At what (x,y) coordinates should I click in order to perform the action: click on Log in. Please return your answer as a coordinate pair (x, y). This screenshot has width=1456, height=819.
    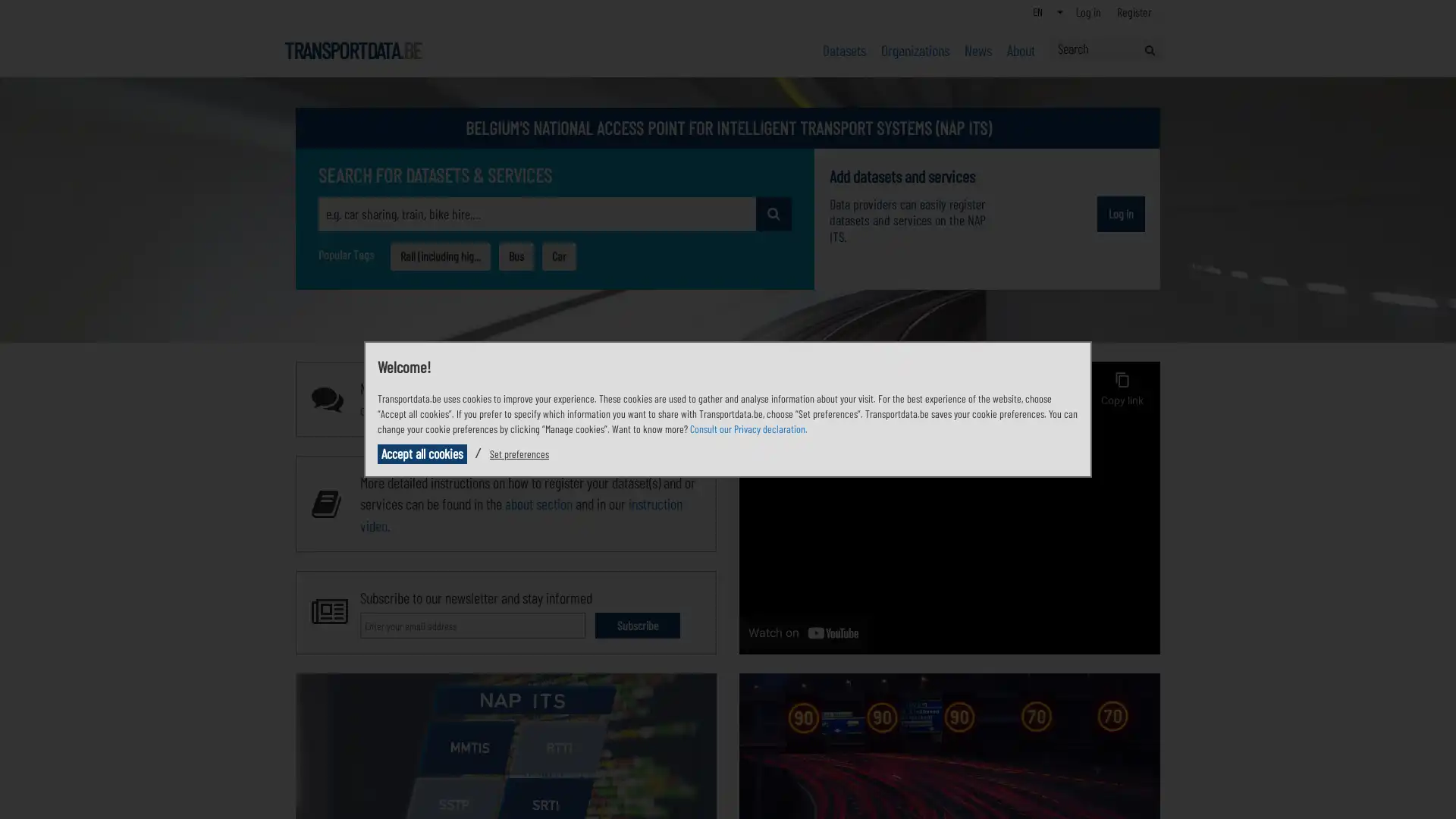
    Looking at the image, I should click on (1121, 213).